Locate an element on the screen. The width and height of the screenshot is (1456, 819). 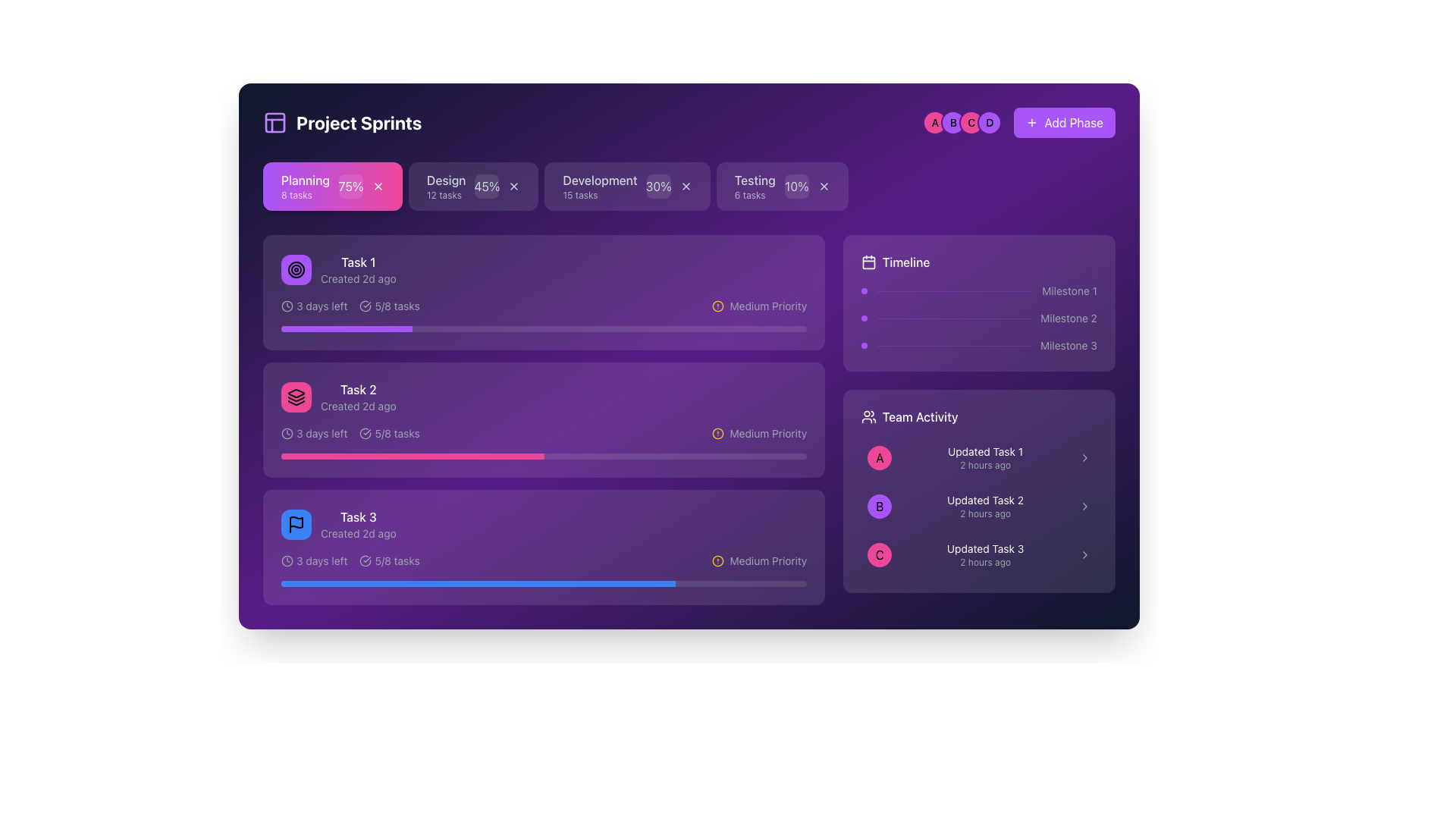
the text label reading 'Milestone 1' located in the timeline section of the card-like interface is located at coordinates (1068, 291).